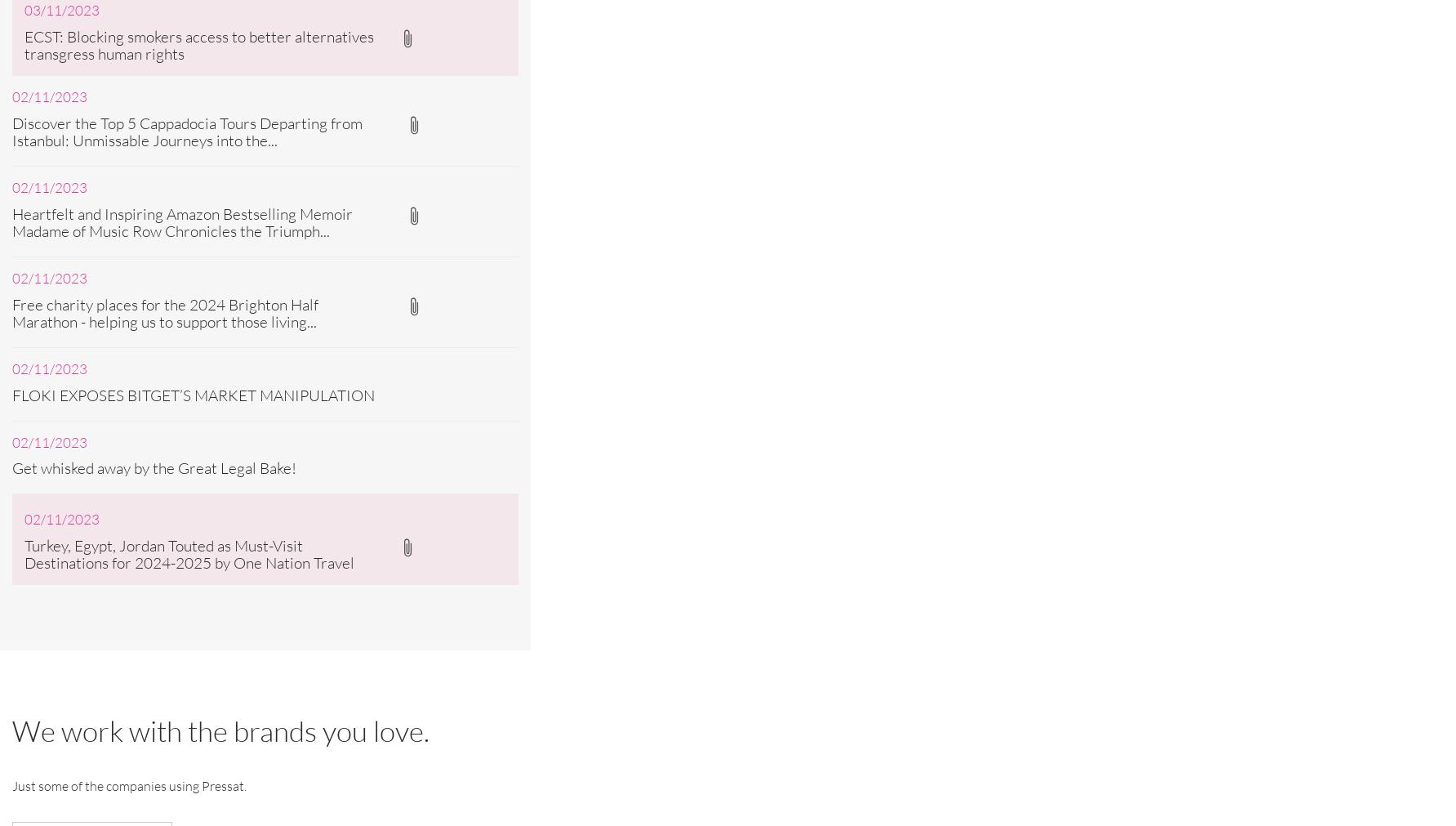 Image resolution: width=1456 pixels, height=826 pixels. What do you see at coordinates (198, 43) in the screenshot?
I see `'ECST: Blocking smokers access to better alternatives transgress human rights'` at bounding box center [198, 43].